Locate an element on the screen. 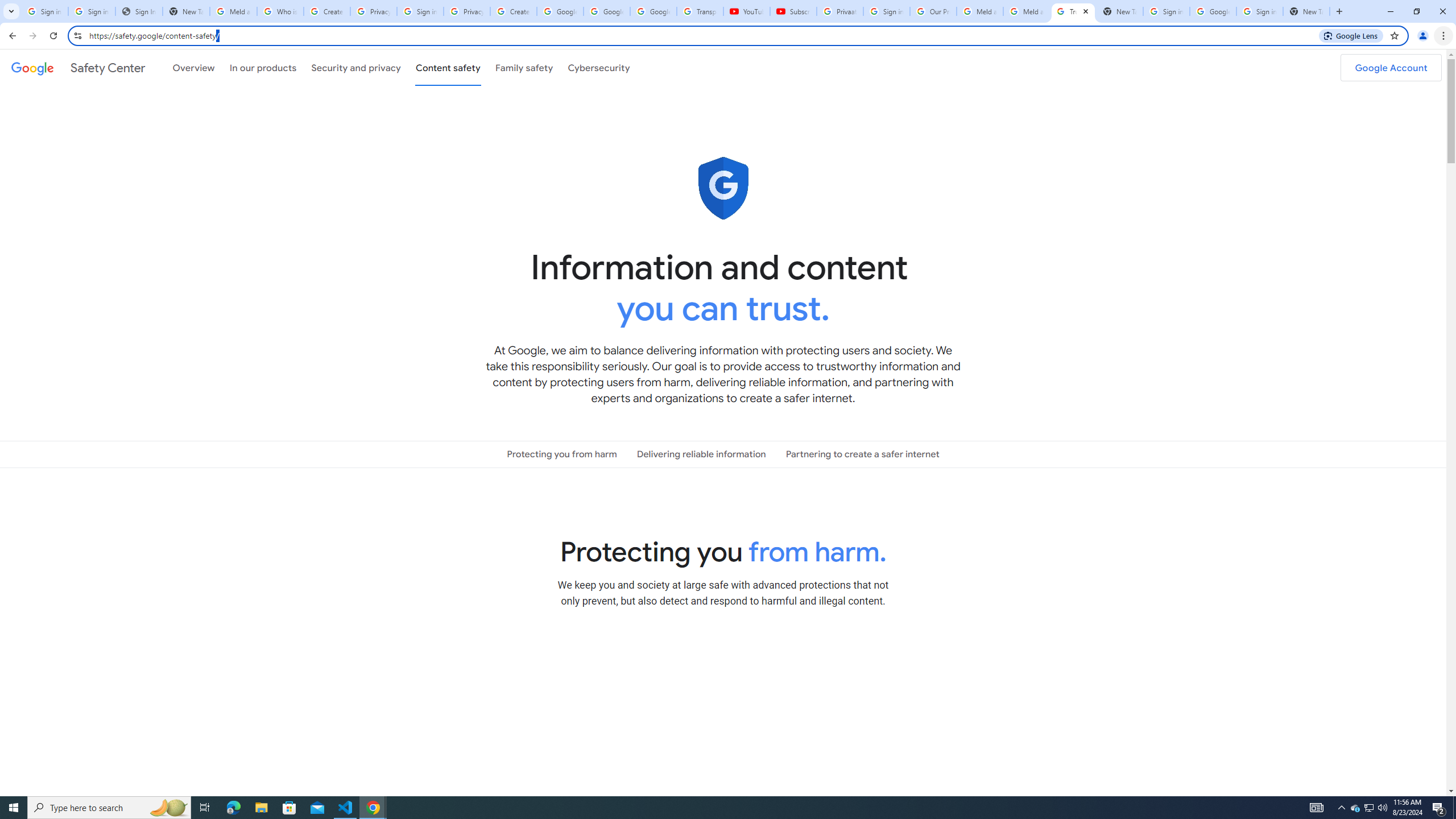  'Sign In - USA TODAY' is located at coordinates (139, 11).